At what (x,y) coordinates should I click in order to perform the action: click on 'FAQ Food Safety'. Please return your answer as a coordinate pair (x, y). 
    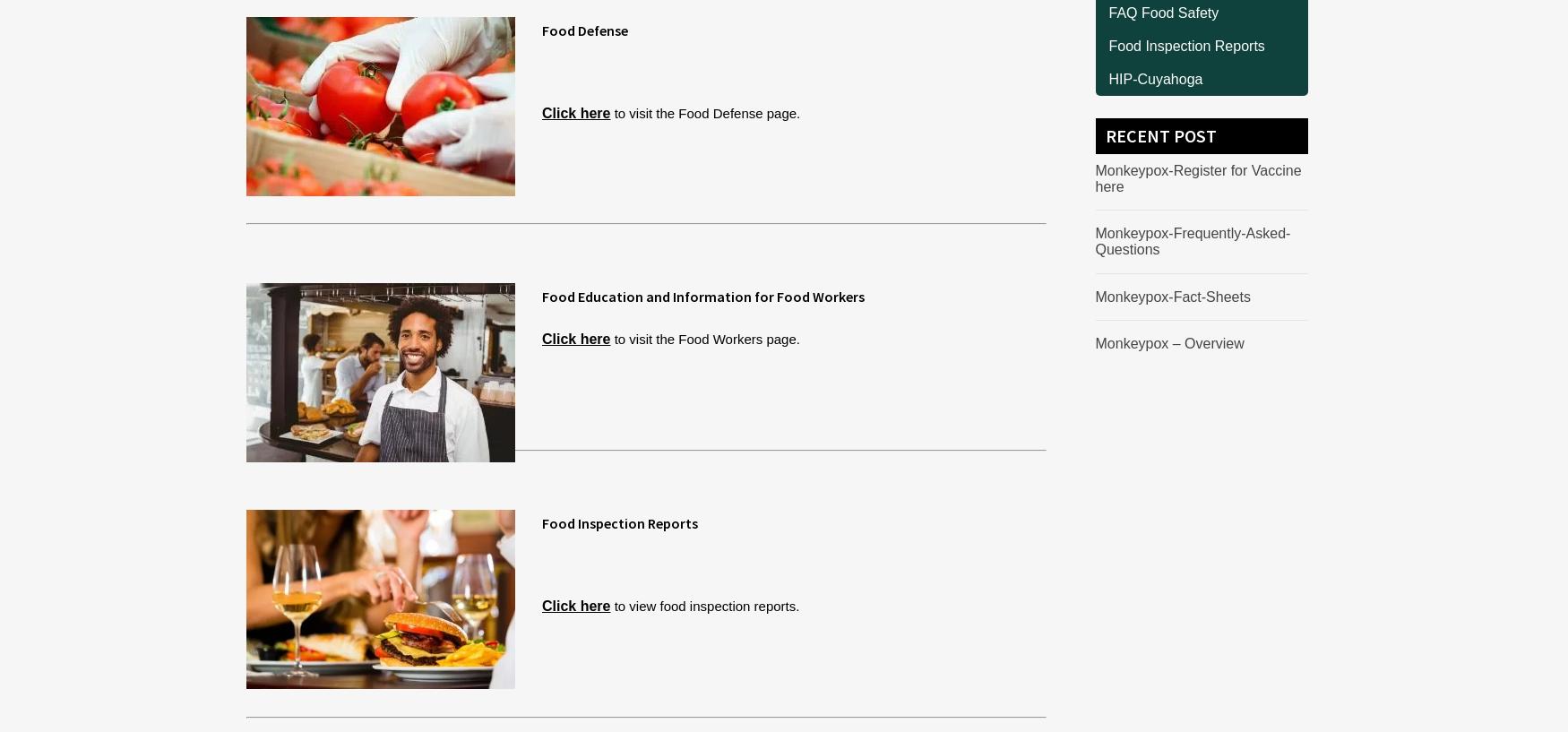
    Looking at the image, I should click on (1162, 11).